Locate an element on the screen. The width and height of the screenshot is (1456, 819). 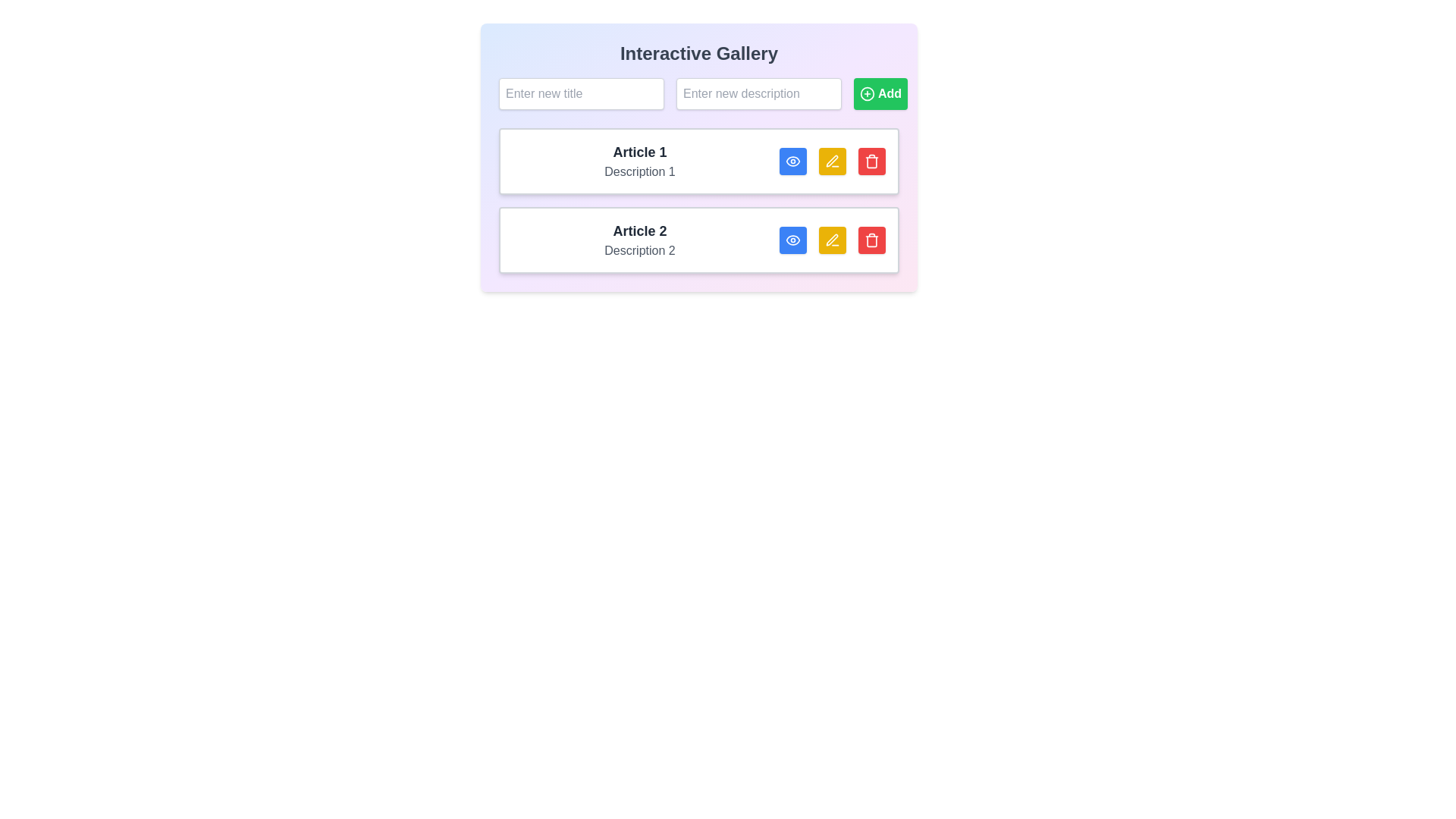
the blue button with an eye icon located in the interactive options section of 'Article 2' is located at coordinates (792, 239).